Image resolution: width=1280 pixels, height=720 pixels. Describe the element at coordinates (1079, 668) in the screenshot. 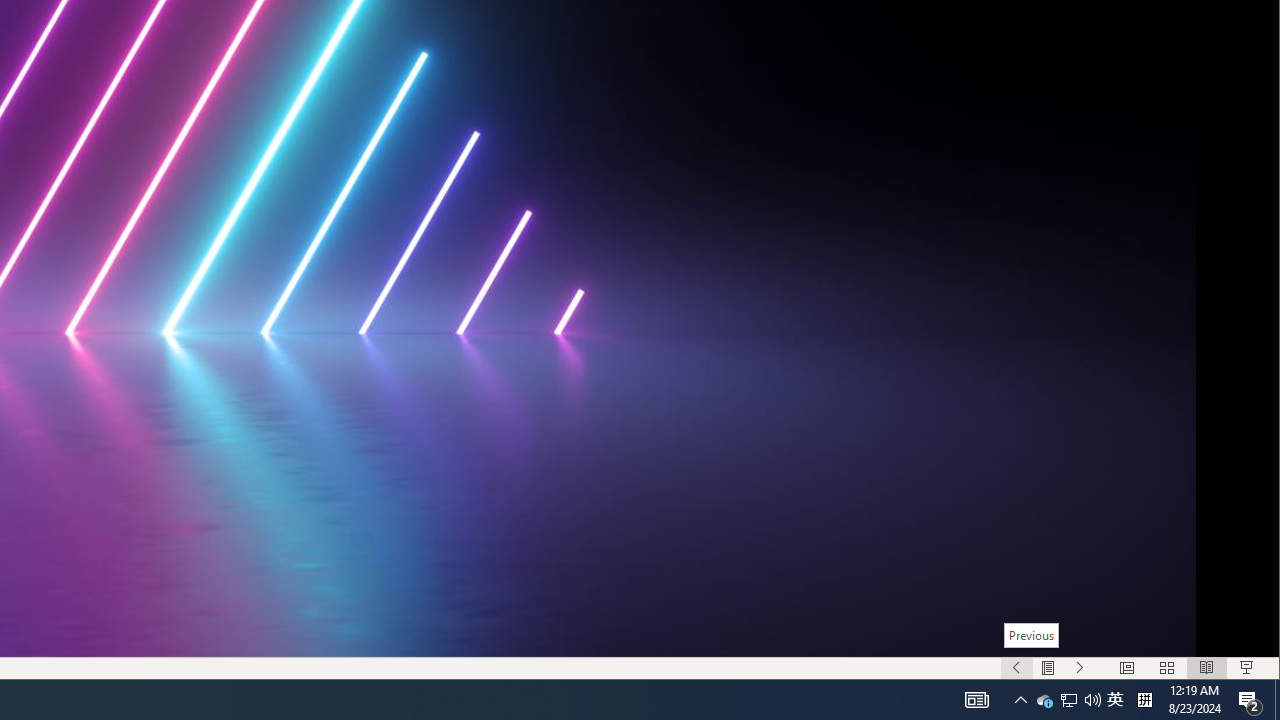

I see `'Slide Show Next On'` at that location.